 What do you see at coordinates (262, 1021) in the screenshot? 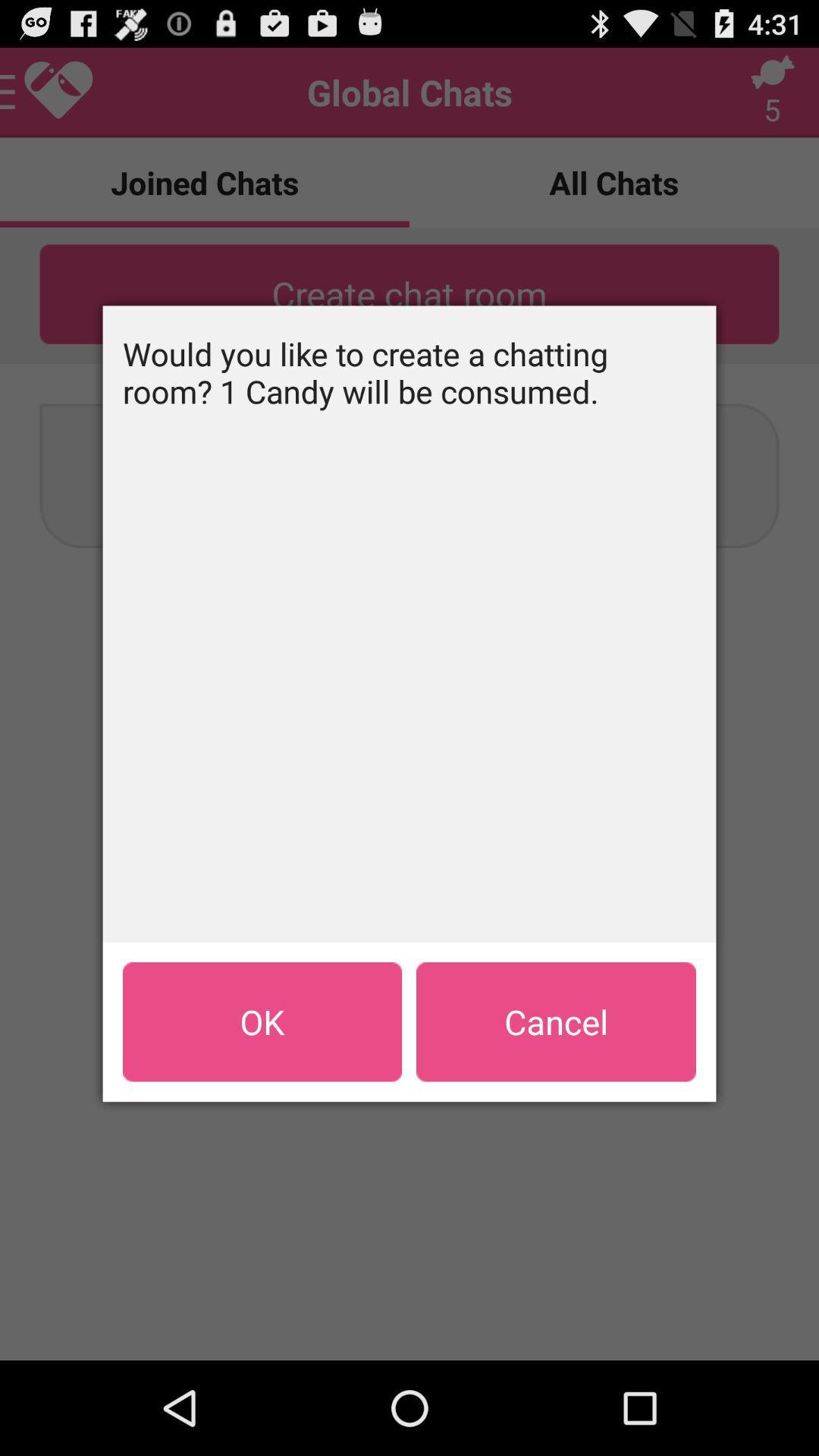
I see `the ok app` at bounding box center [262, 1021].